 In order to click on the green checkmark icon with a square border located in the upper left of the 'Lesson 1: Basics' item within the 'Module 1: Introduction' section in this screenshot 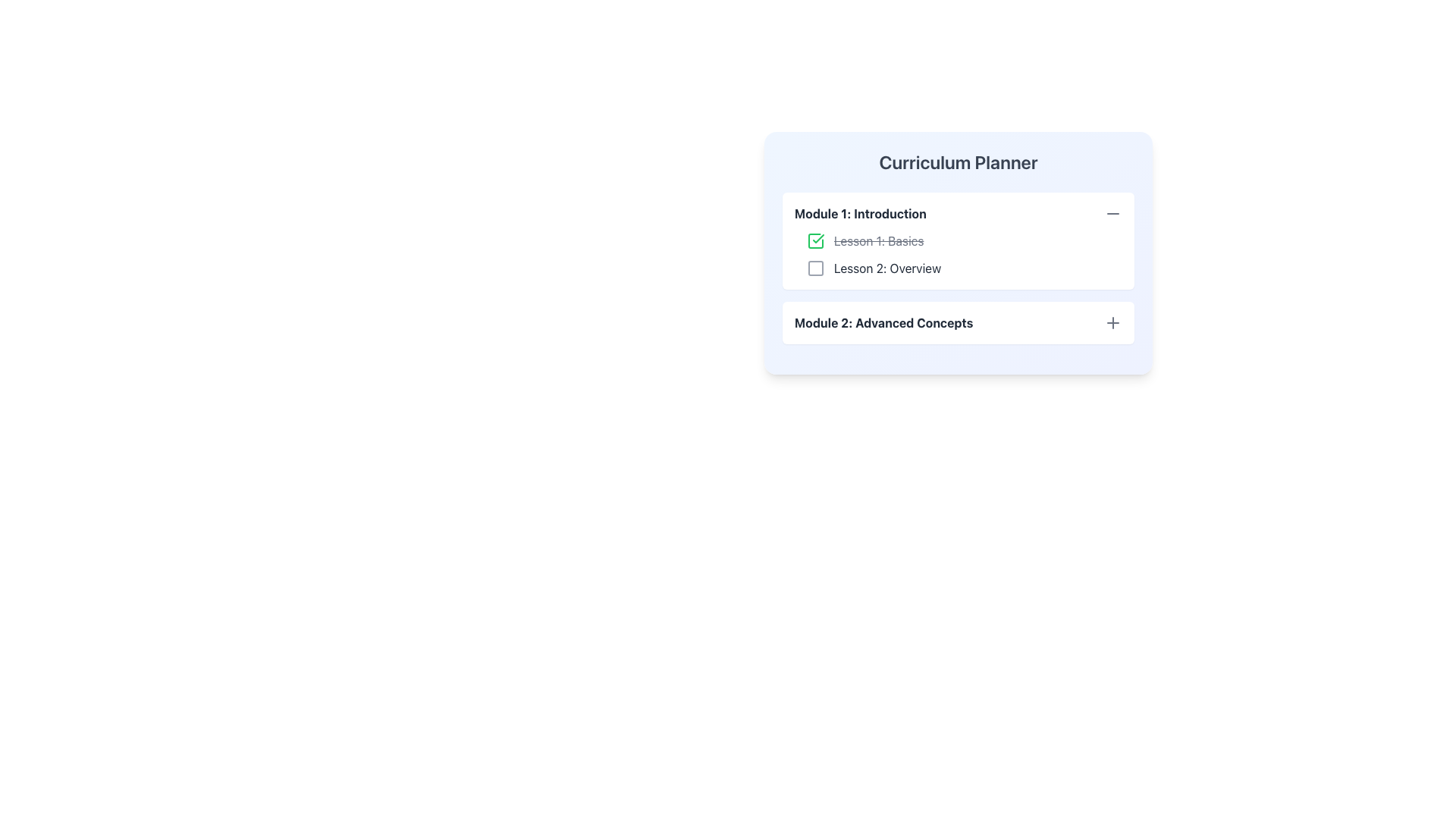, I will do `click(814, 240)`.